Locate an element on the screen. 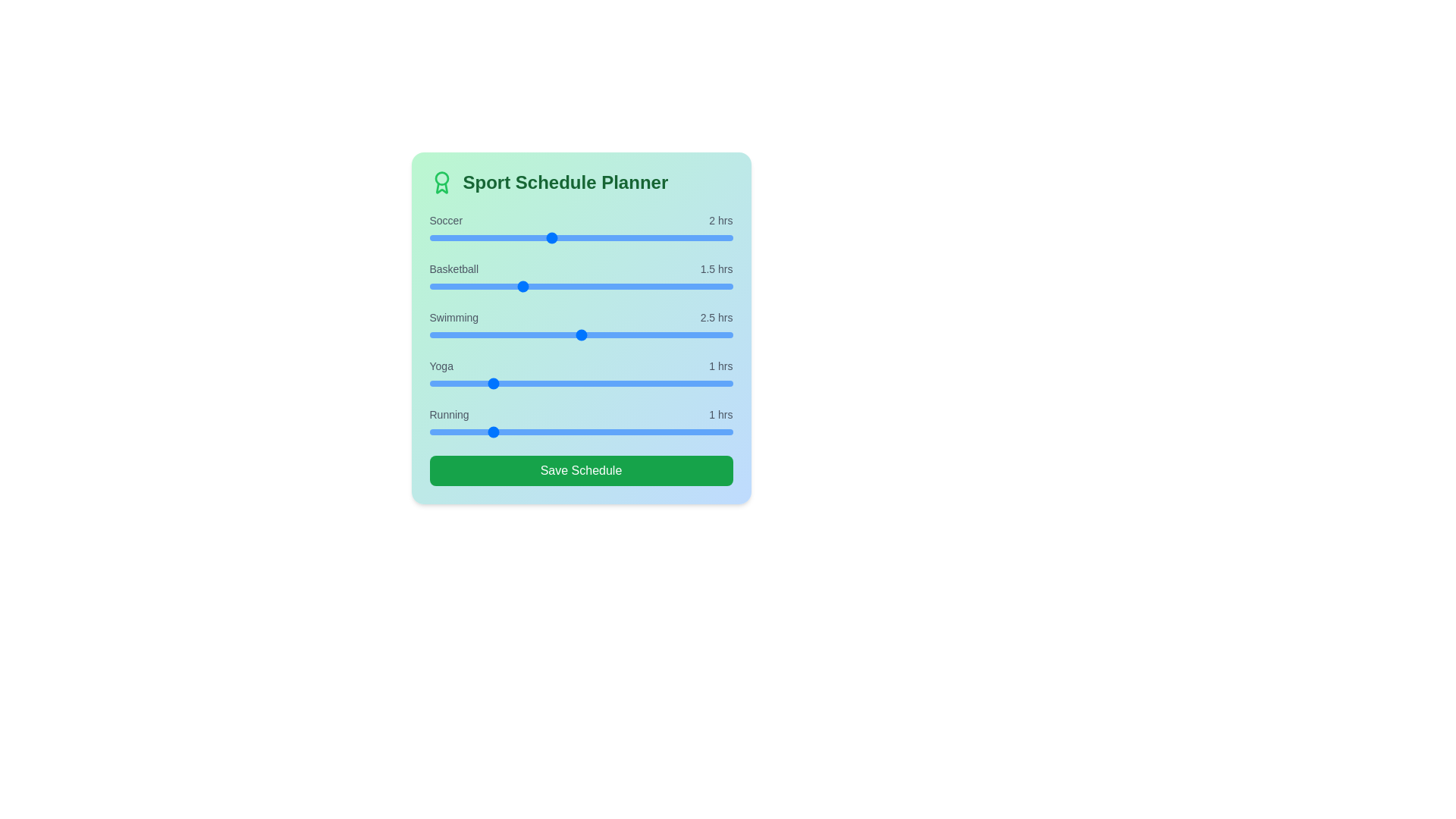 Image resolution: width=1456 pixels, height=819 pixels. the Yoga slider to set its time to 0 hours is located at coordinates (428, 382).